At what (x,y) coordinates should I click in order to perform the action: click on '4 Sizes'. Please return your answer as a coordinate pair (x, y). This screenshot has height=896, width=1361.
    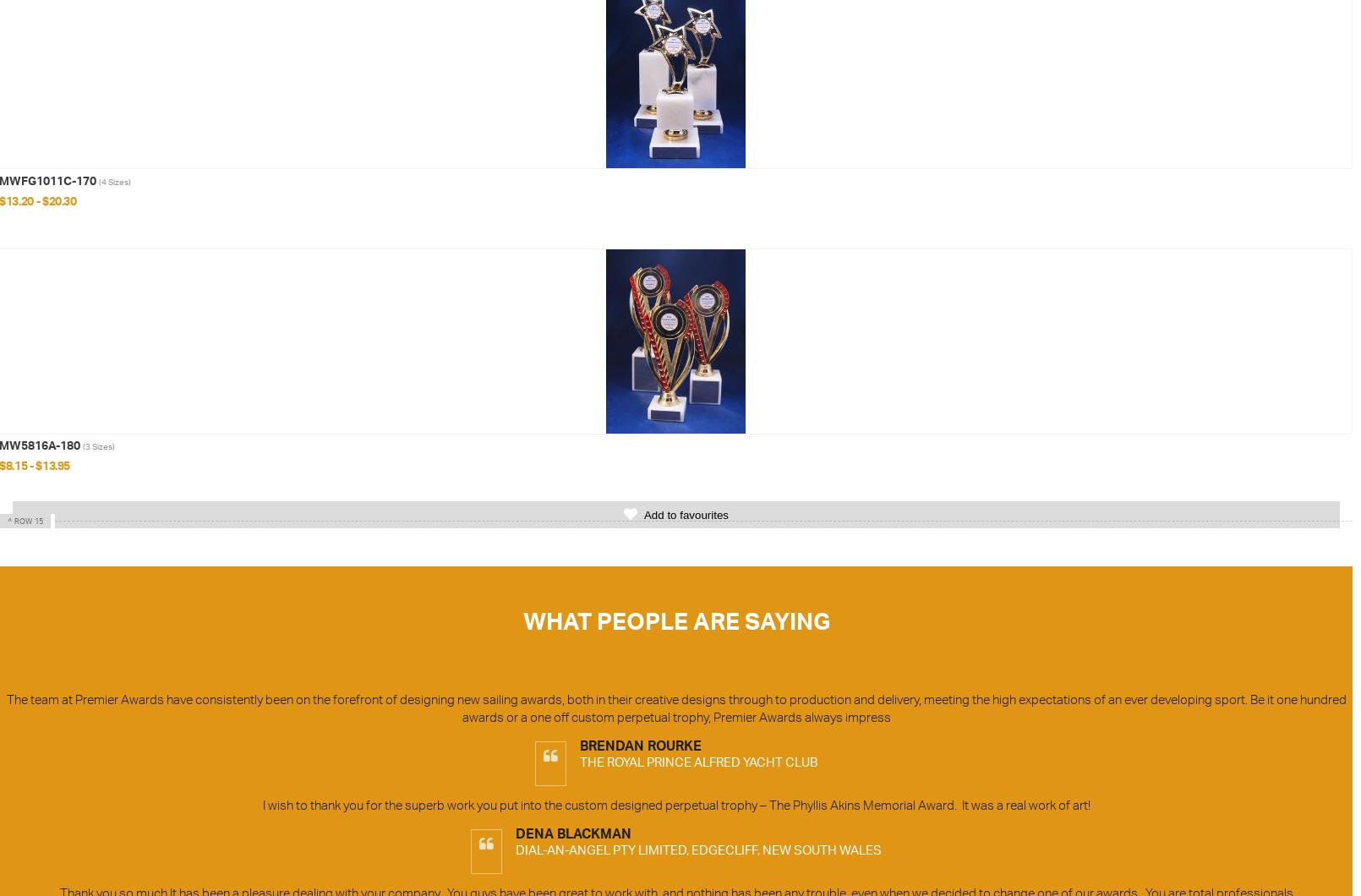
    Looking at the image, I should click on (115, 180).